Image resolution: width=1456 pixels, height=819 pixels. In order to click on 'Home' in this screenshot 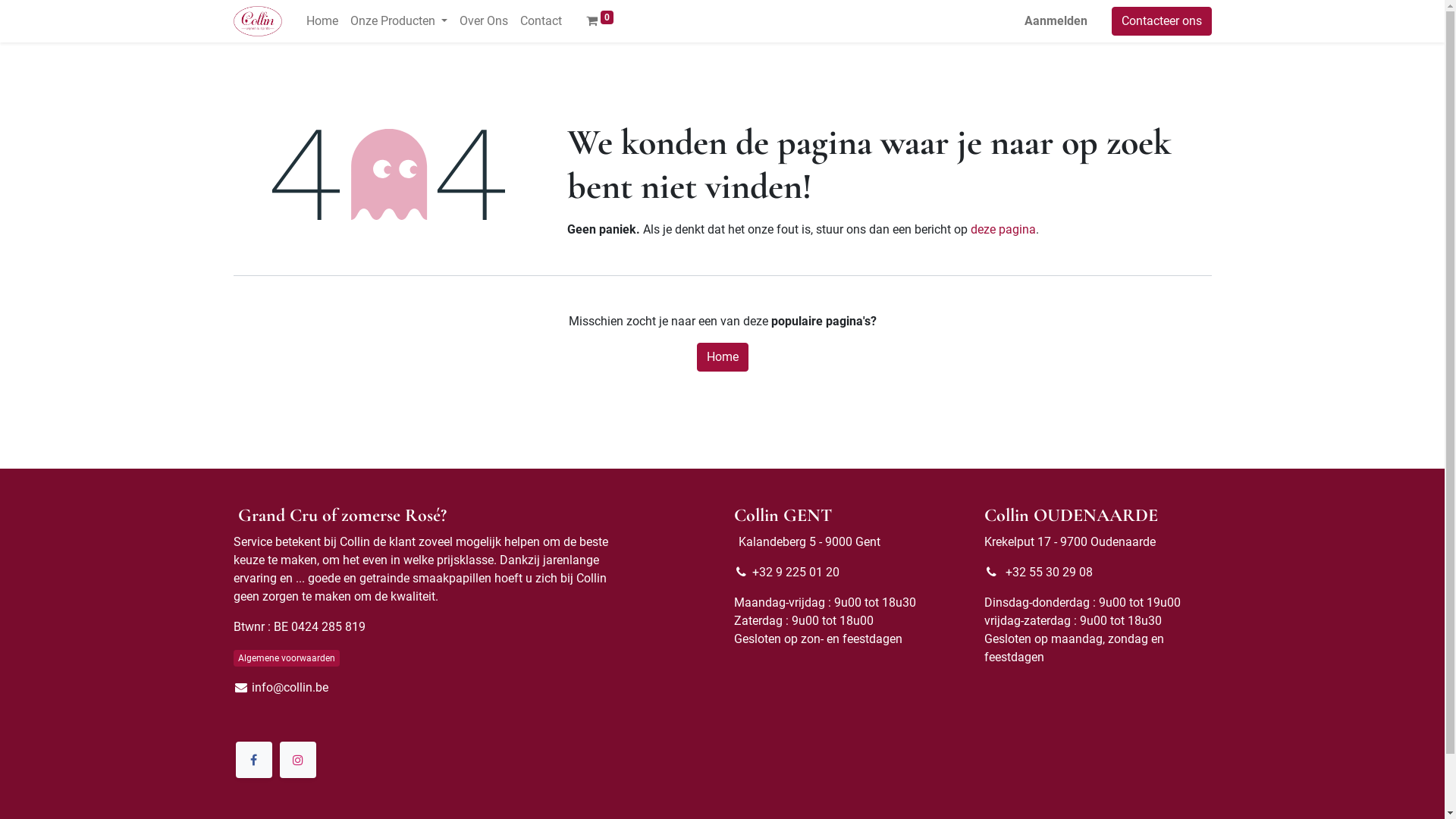, I will do `click(322, 20)`.